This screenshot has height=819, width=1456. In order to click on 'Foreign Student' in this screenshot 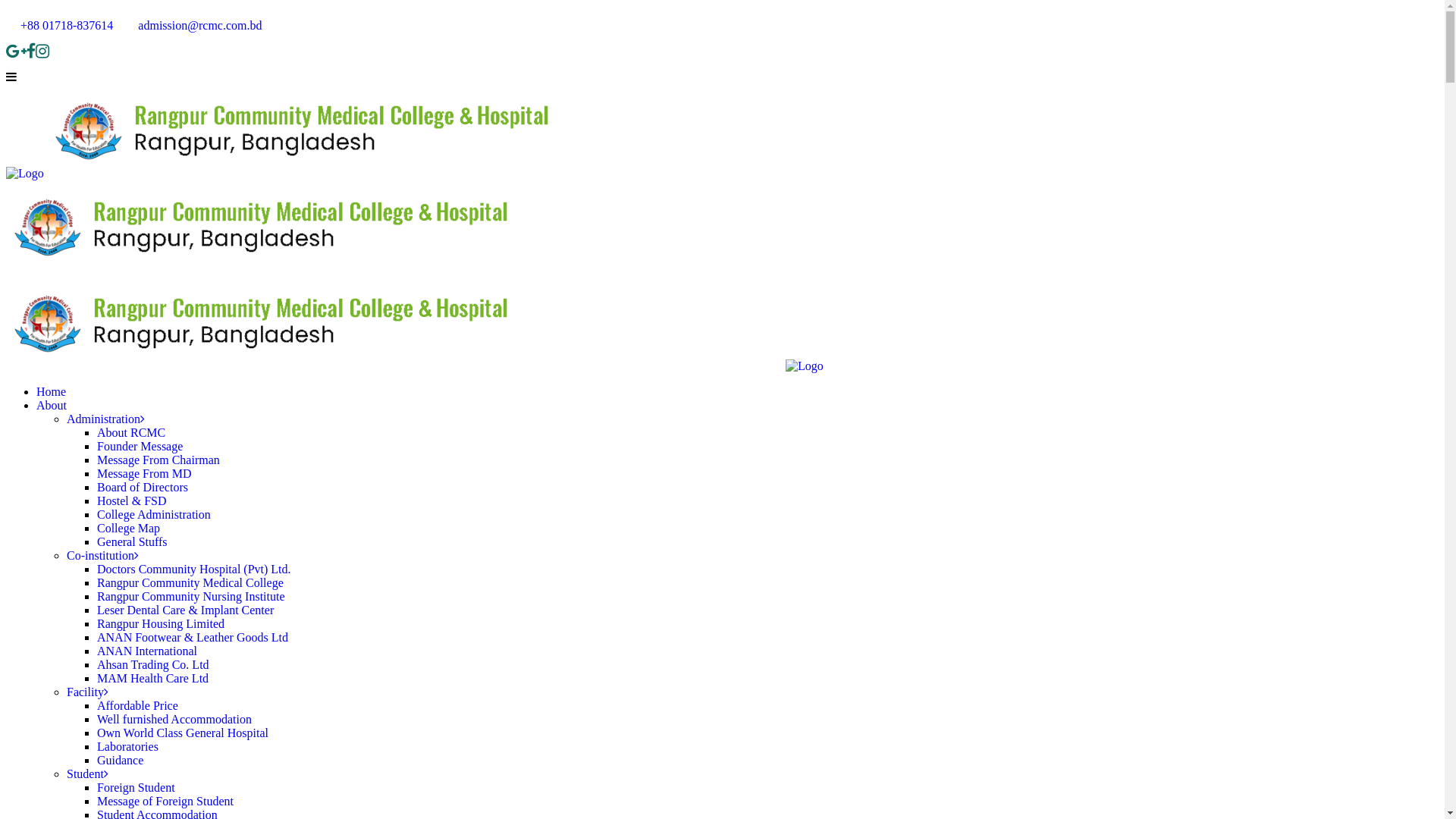, I will do `click(136, 786)`.